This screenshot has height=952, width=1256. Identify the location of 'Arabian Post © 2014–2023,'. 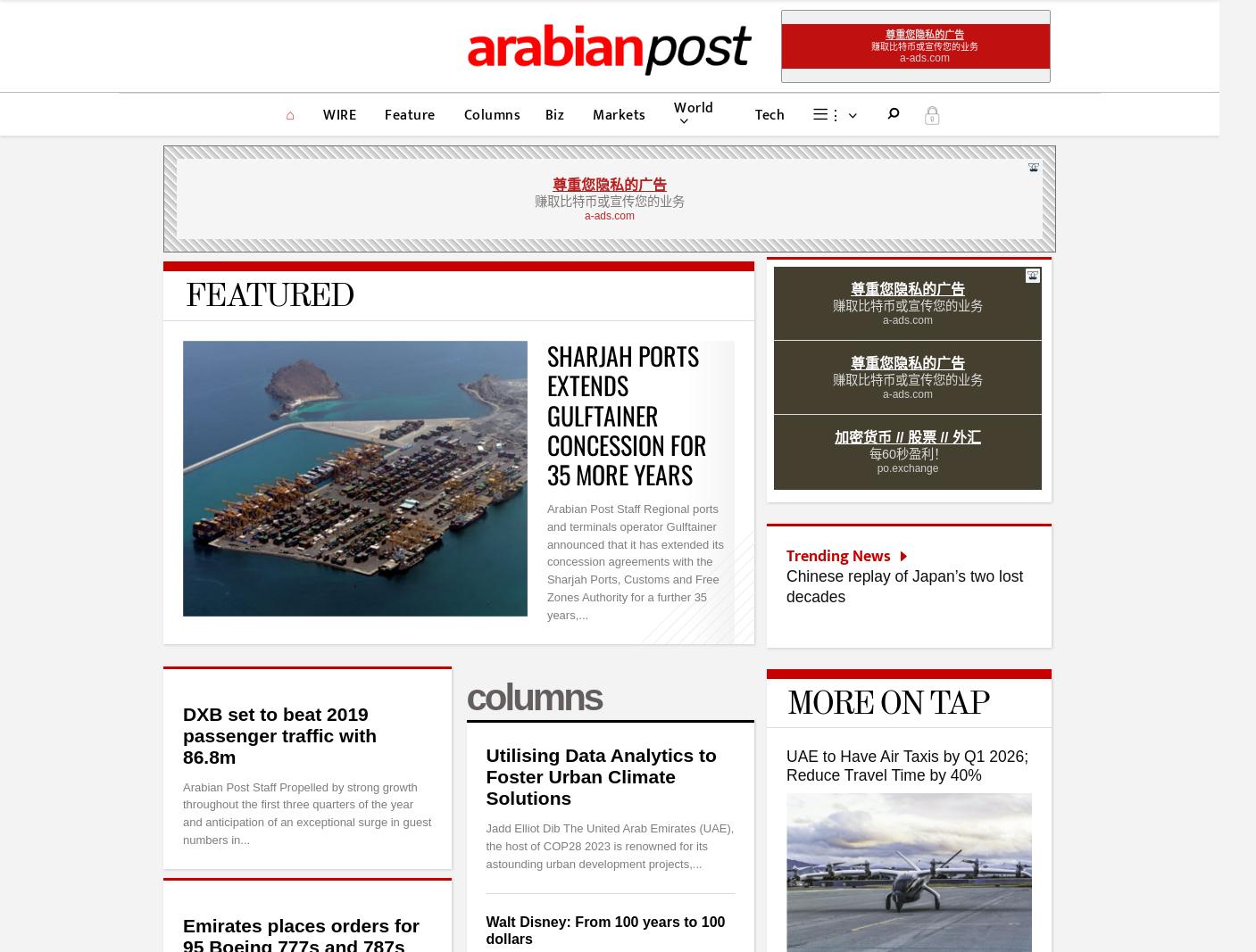
(356, 775).